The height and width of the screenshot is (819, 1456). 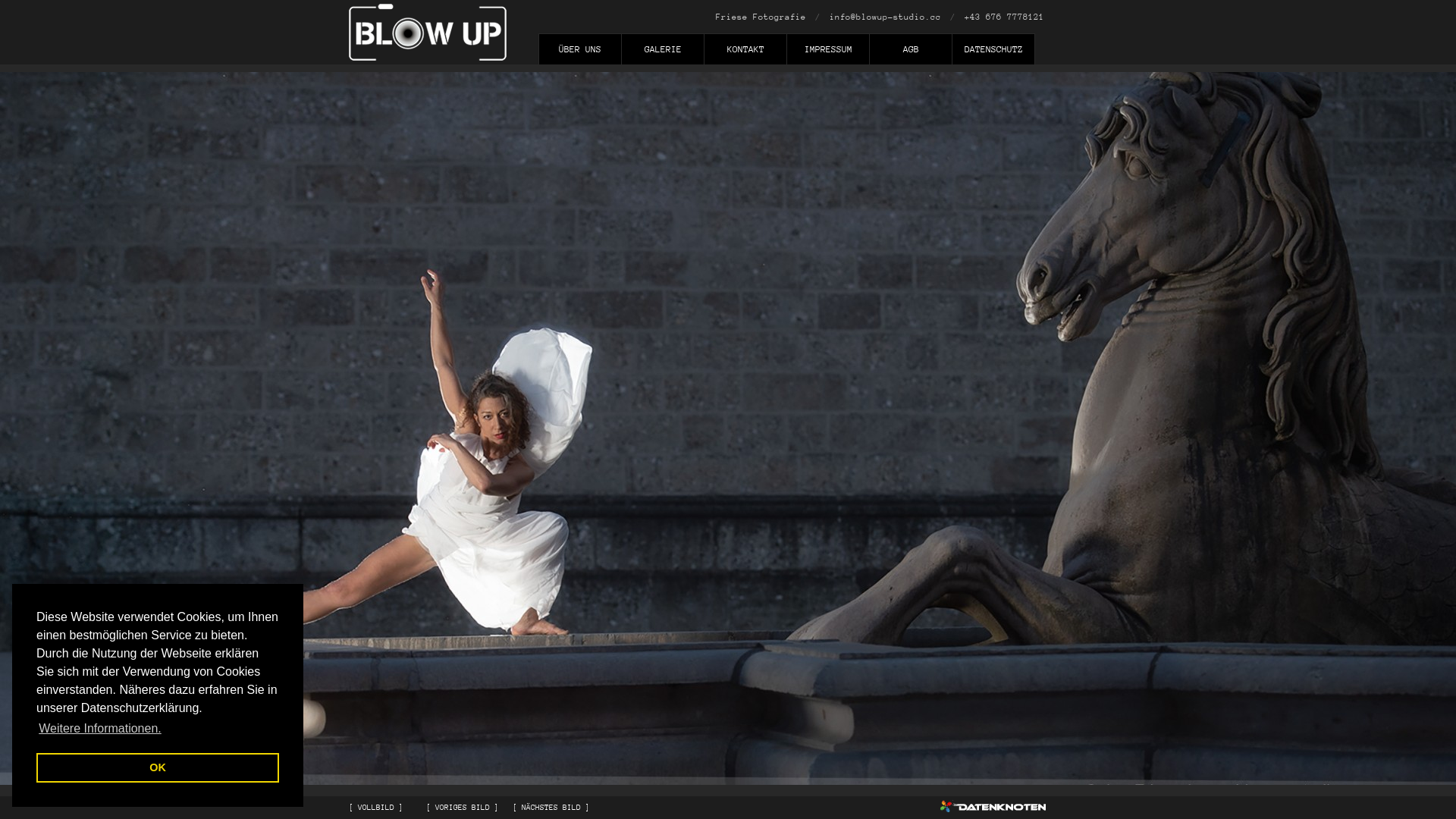 I want to click on 'KONTAKT', so click(x=745, y=52).